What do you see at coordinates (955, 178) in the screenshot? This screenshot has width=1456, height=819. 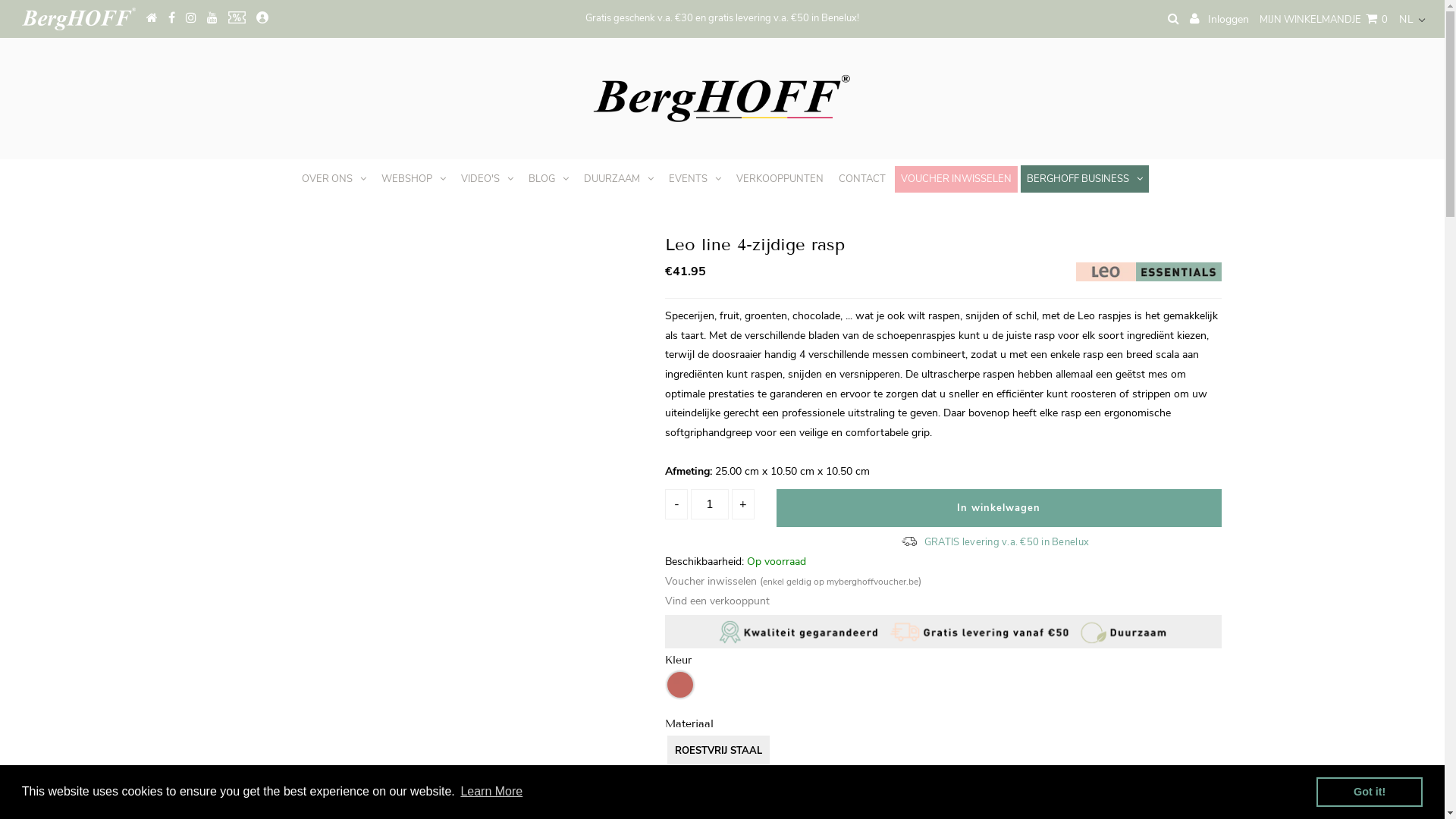 I see `'VOUCHER INWISSELEN'` at bounding box center [955, 178].